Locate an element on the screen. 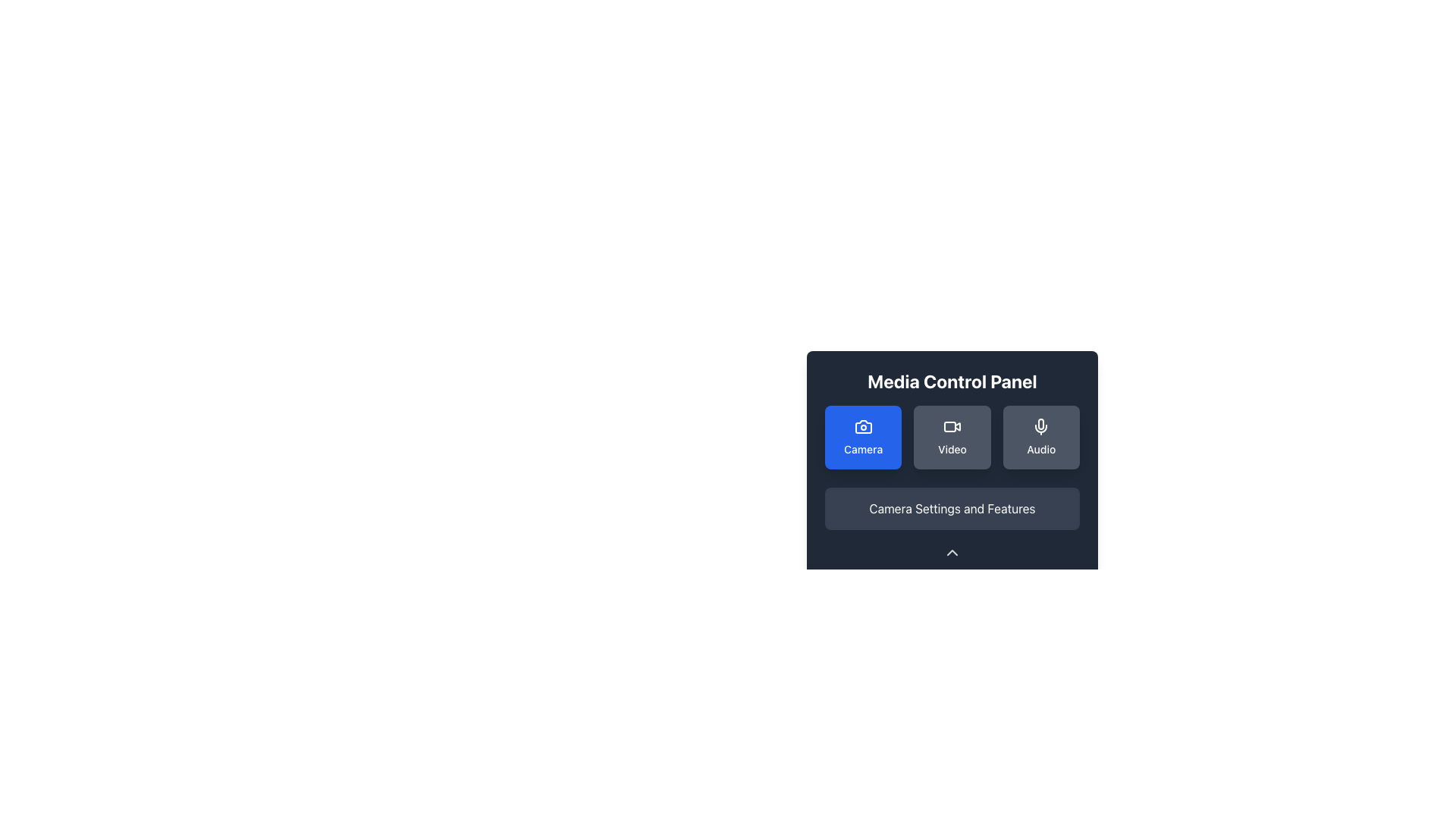  the first button in the Media Control Panel is located at coordinates (863, 438).